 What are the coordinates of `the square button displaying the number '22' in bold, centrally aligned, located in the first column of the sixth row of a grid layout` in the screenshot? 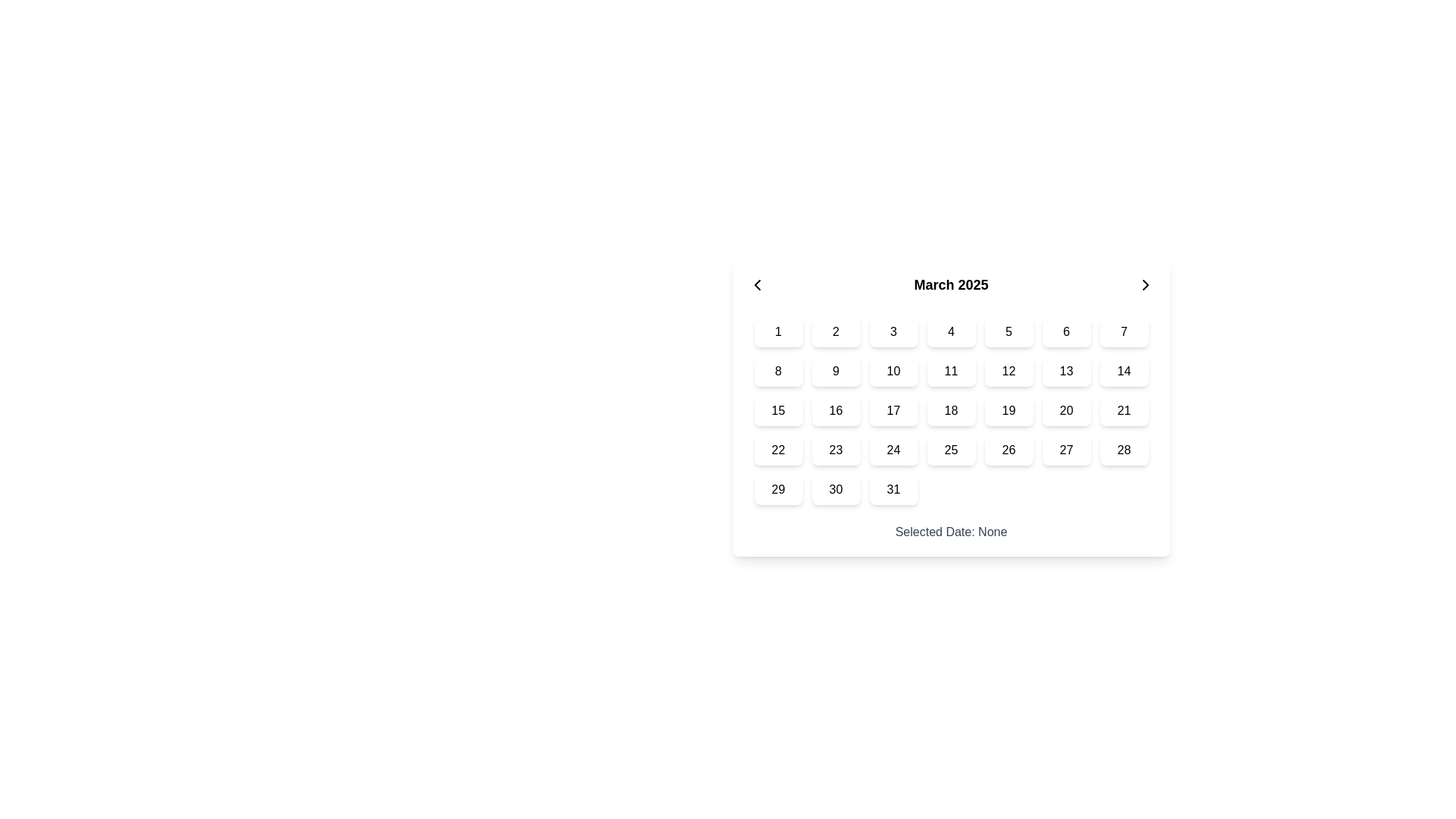 It's located at (778, 450).